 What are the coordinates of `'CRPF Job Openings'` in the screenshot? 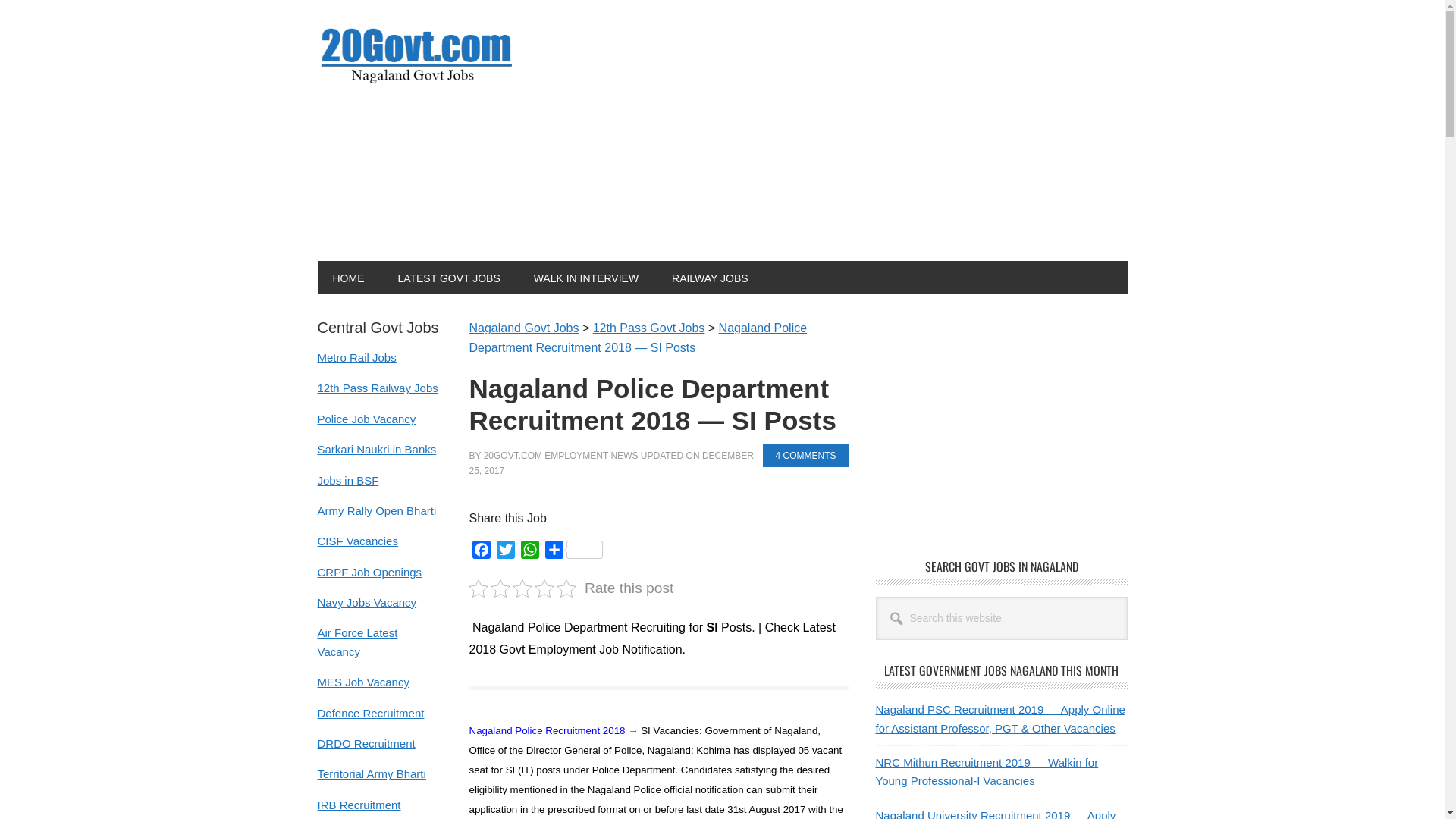 It's located at (369, 572).